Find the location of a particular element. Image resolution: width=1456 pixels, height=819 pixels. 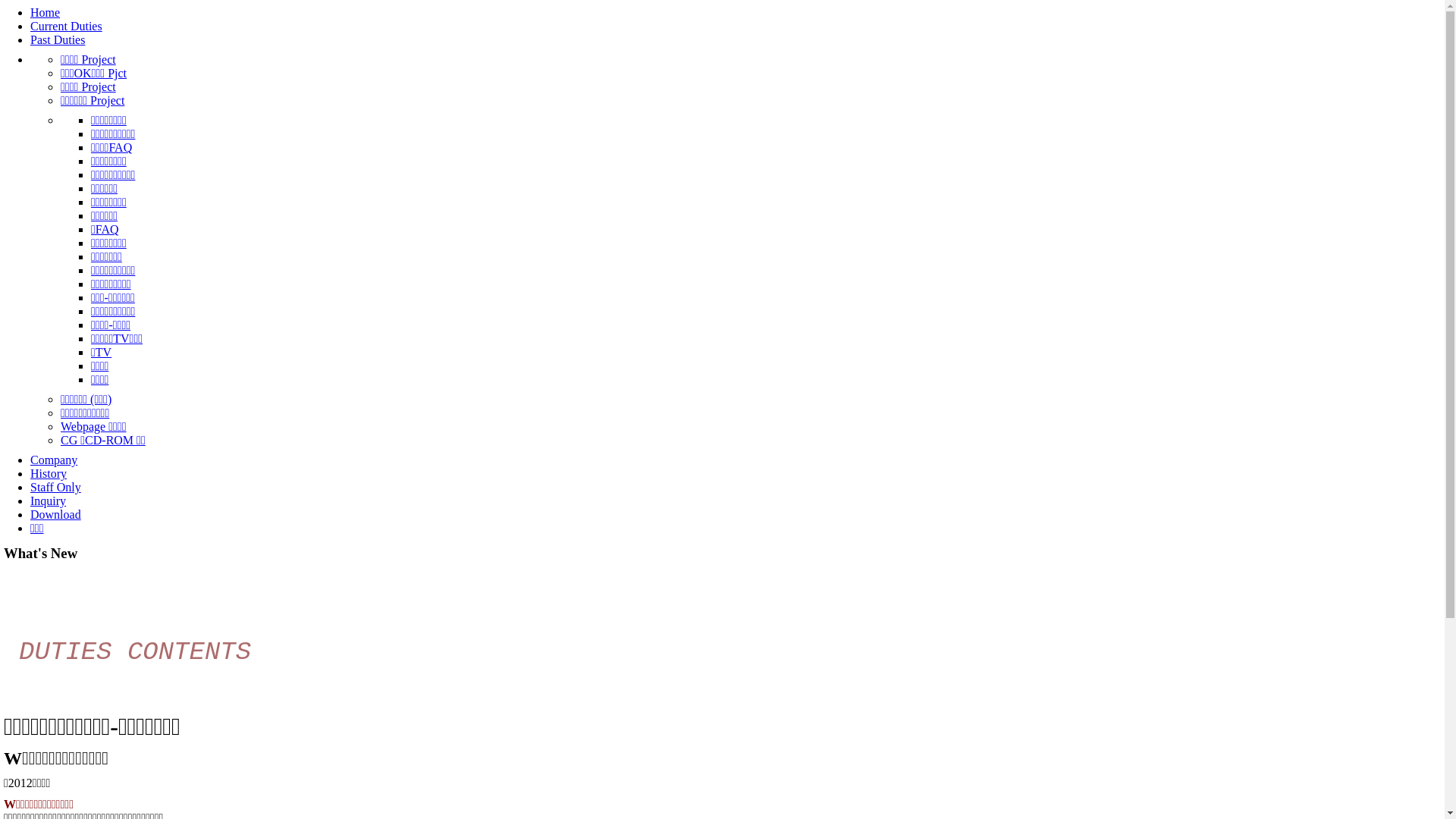

'History' is located at coordinates (48, 472).